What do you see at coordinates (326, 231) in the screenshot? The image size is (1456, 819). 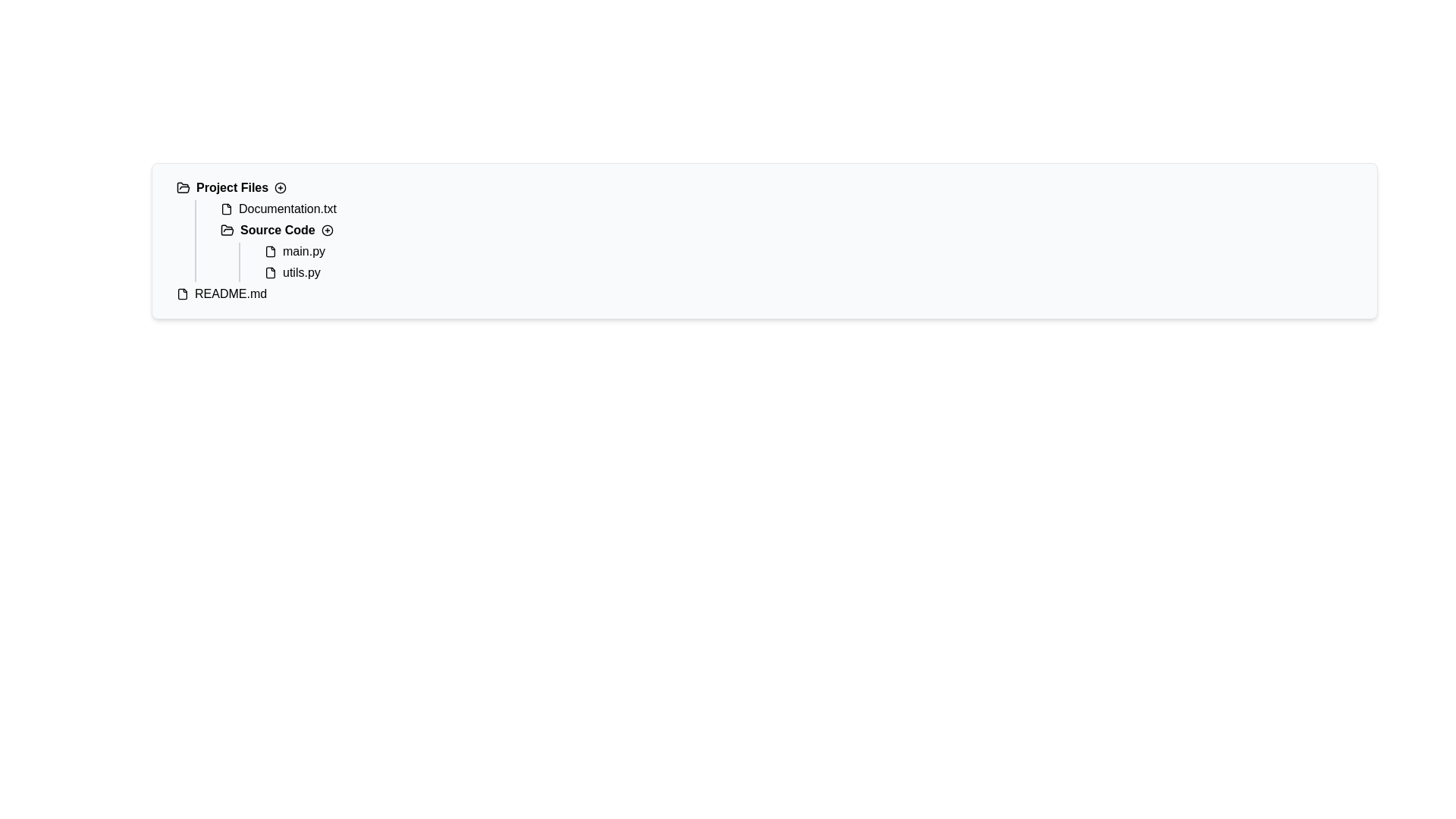 I see `the circular '+' icon located to the right of the 'Source Code' label` at bounding box center [326, 231].